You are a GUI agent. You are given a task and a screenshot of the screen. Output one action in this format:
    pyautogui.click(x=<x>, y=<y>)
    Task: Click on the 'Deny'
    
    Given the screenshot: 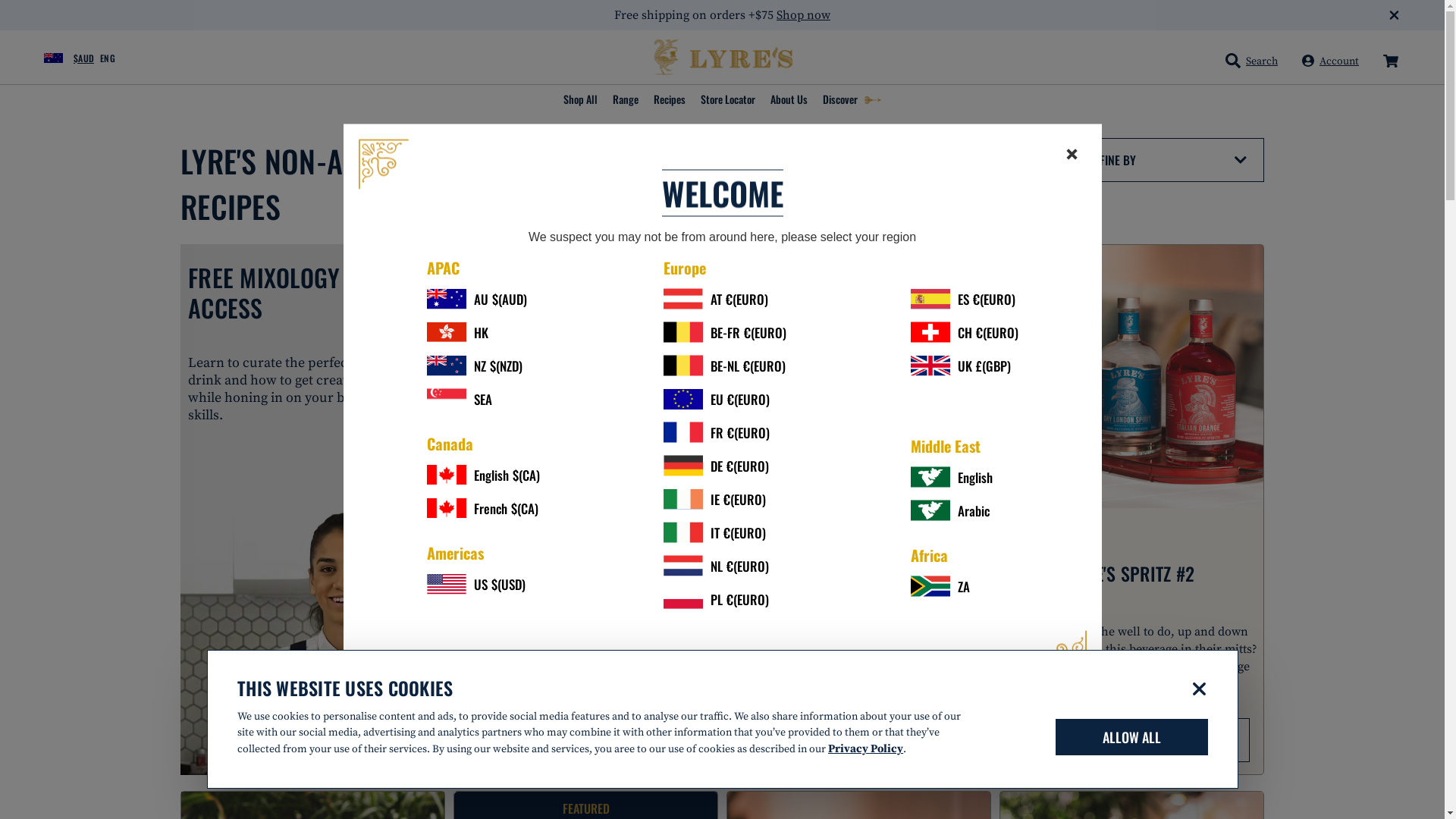 What is the action you would take?
    pyautogui.click(x=1198, y=689)
    